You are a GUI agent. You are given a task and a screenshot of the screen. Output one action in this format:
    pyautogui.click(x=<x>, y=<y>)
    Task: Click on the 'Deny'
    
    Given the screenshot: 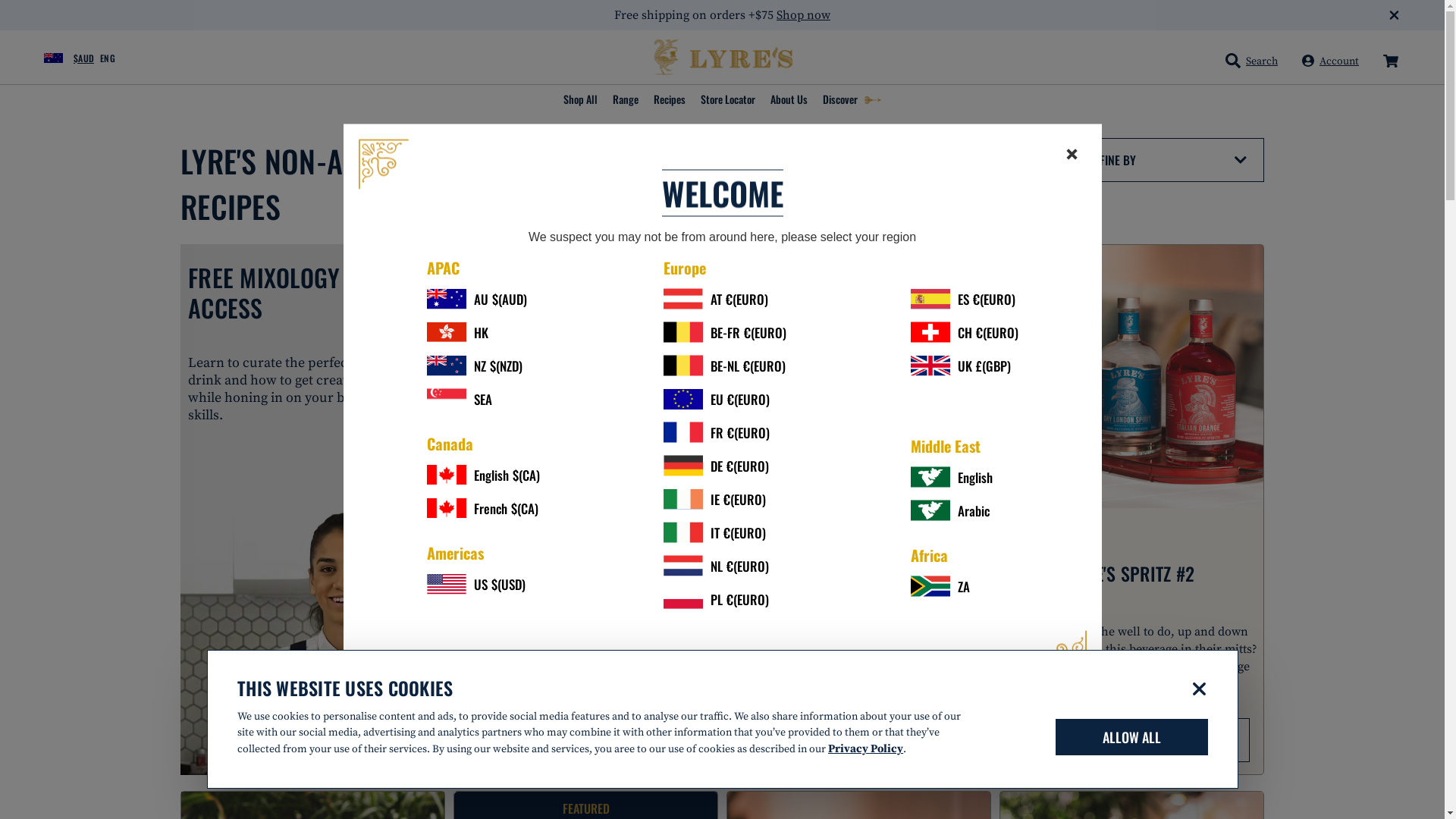 What is the action you would take?
    pyautogui.click(x=1198, y=689)
    